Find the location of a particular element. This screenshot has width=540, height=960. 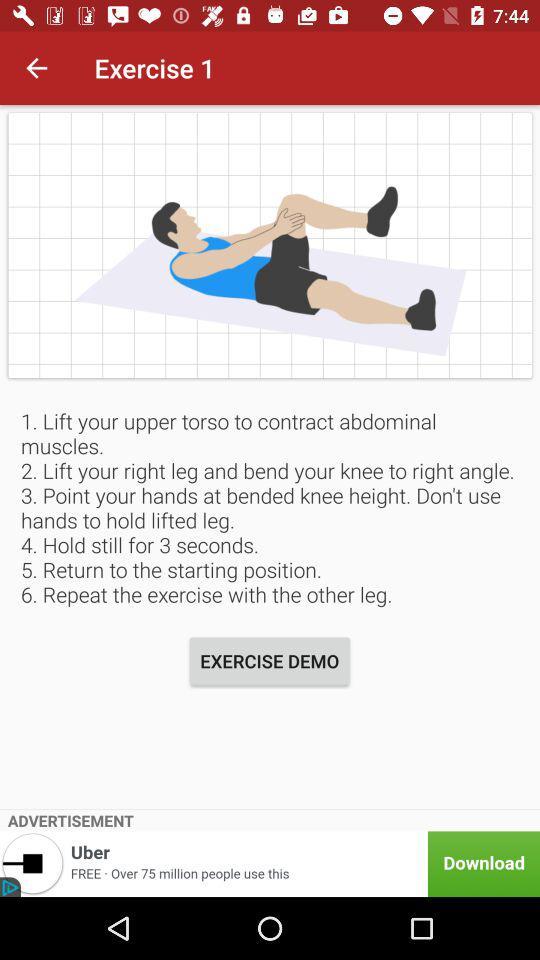

item below advertisement item is located at coordinates (270, 863).